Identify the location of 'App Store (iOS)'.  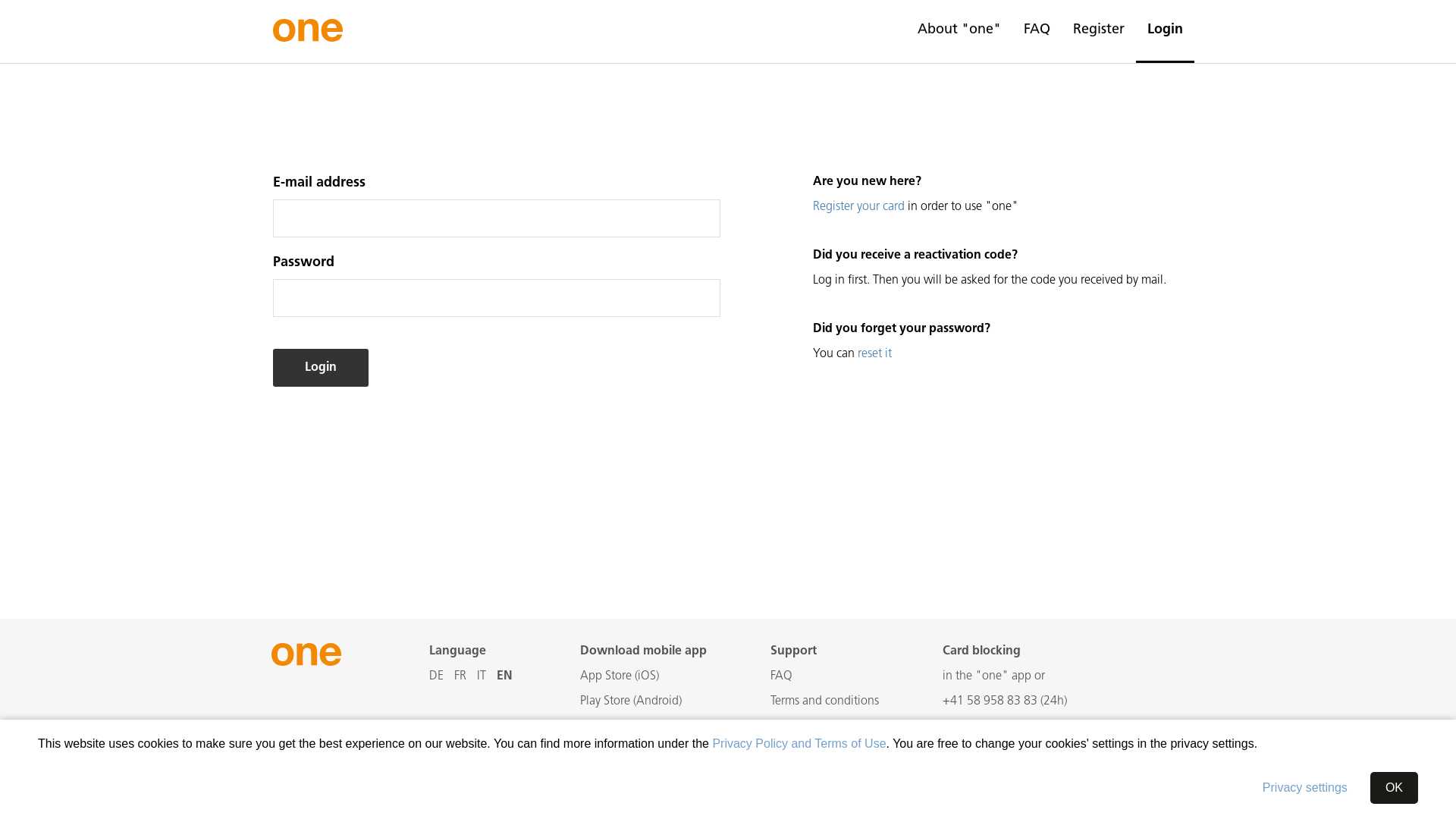
(579, 675).